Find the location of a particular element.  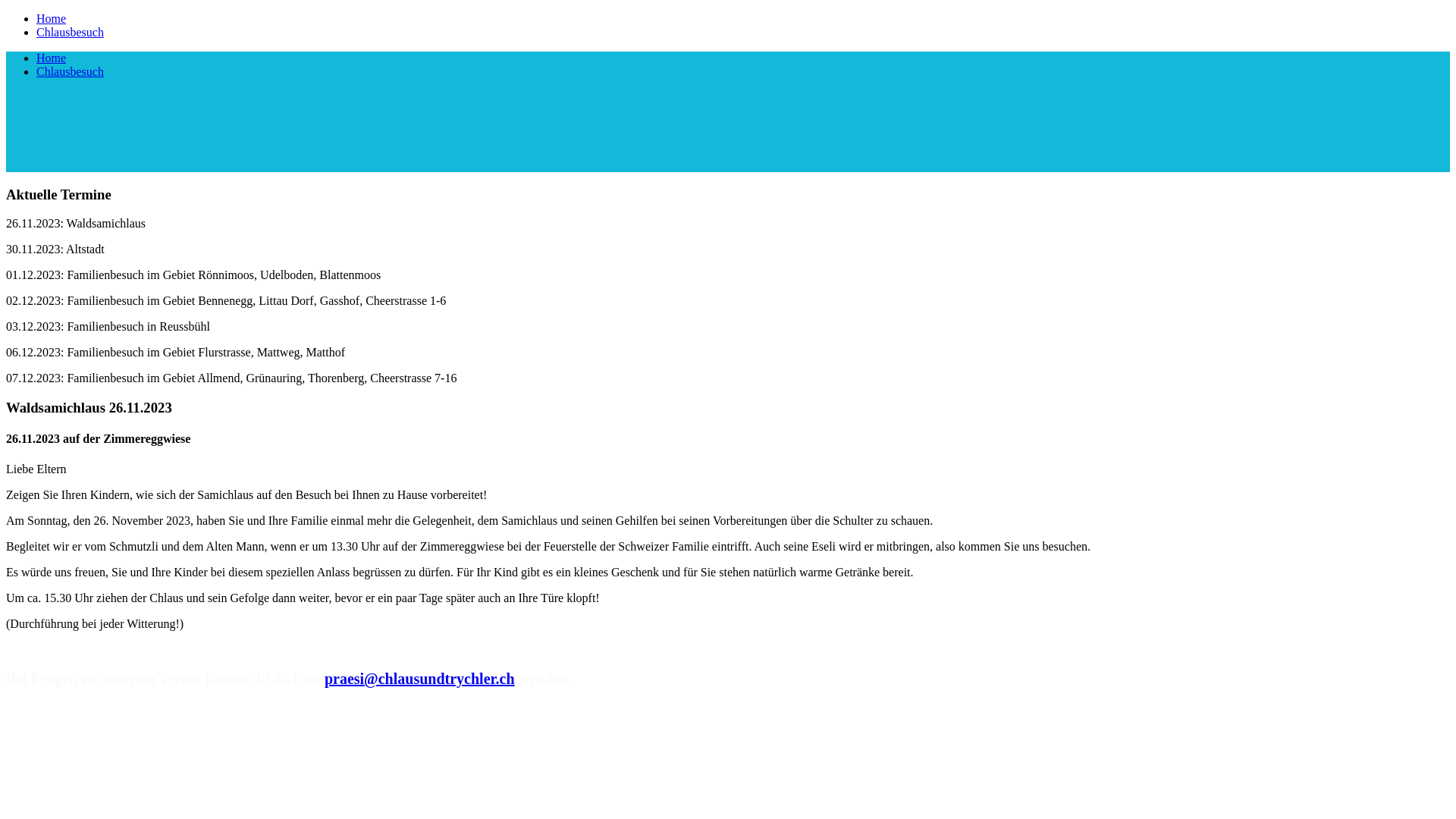

'praesi@chlausundtrychler.ch' is located at coordinates (419, 677).